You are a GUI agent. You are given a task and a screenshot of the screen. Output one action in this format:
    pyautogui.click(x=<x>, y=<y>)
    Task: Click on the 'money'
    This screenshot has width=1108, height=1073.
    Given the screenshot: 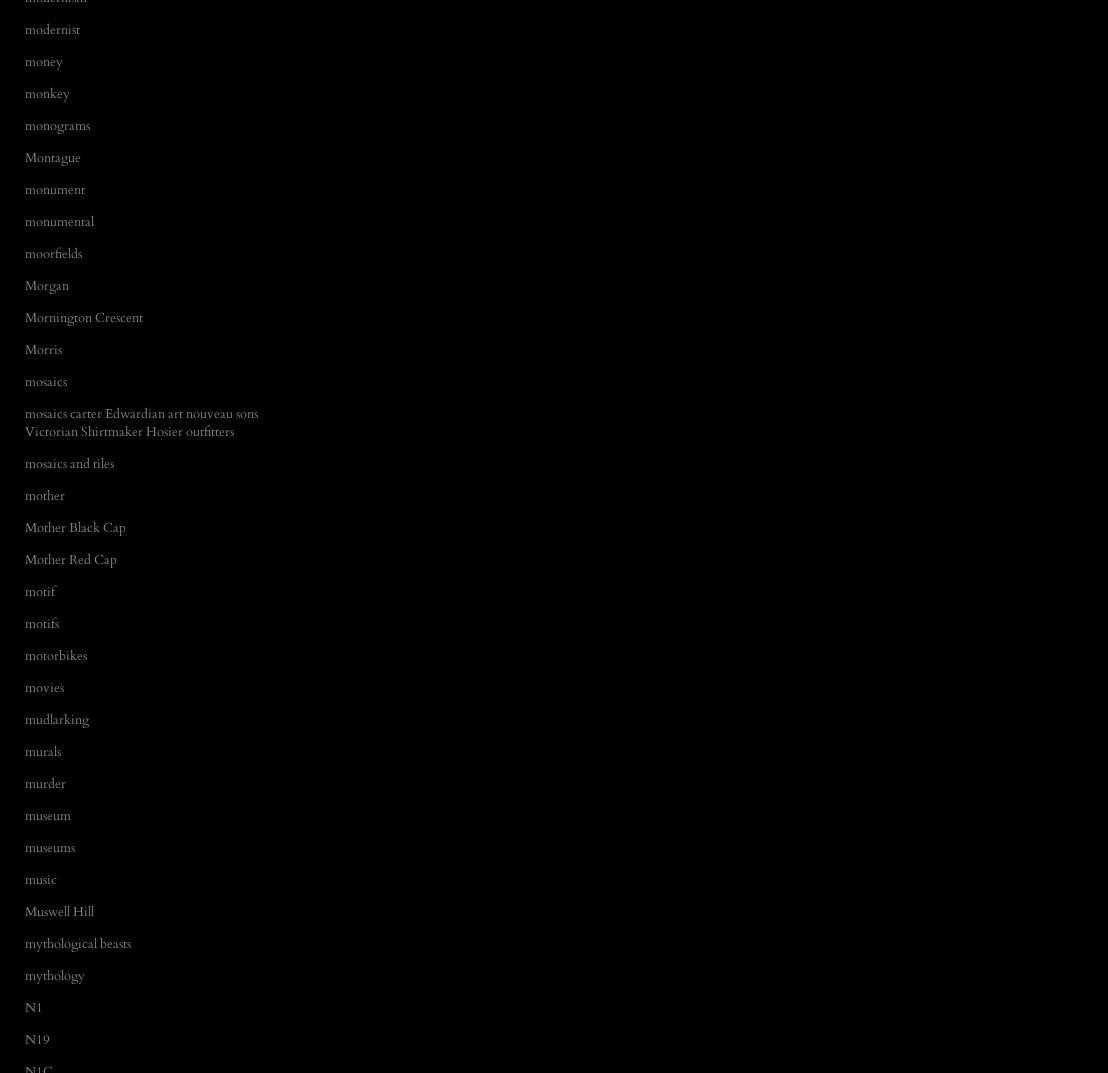 What is the action you would take?
    pyautogui.click(x=43, y=59)
    